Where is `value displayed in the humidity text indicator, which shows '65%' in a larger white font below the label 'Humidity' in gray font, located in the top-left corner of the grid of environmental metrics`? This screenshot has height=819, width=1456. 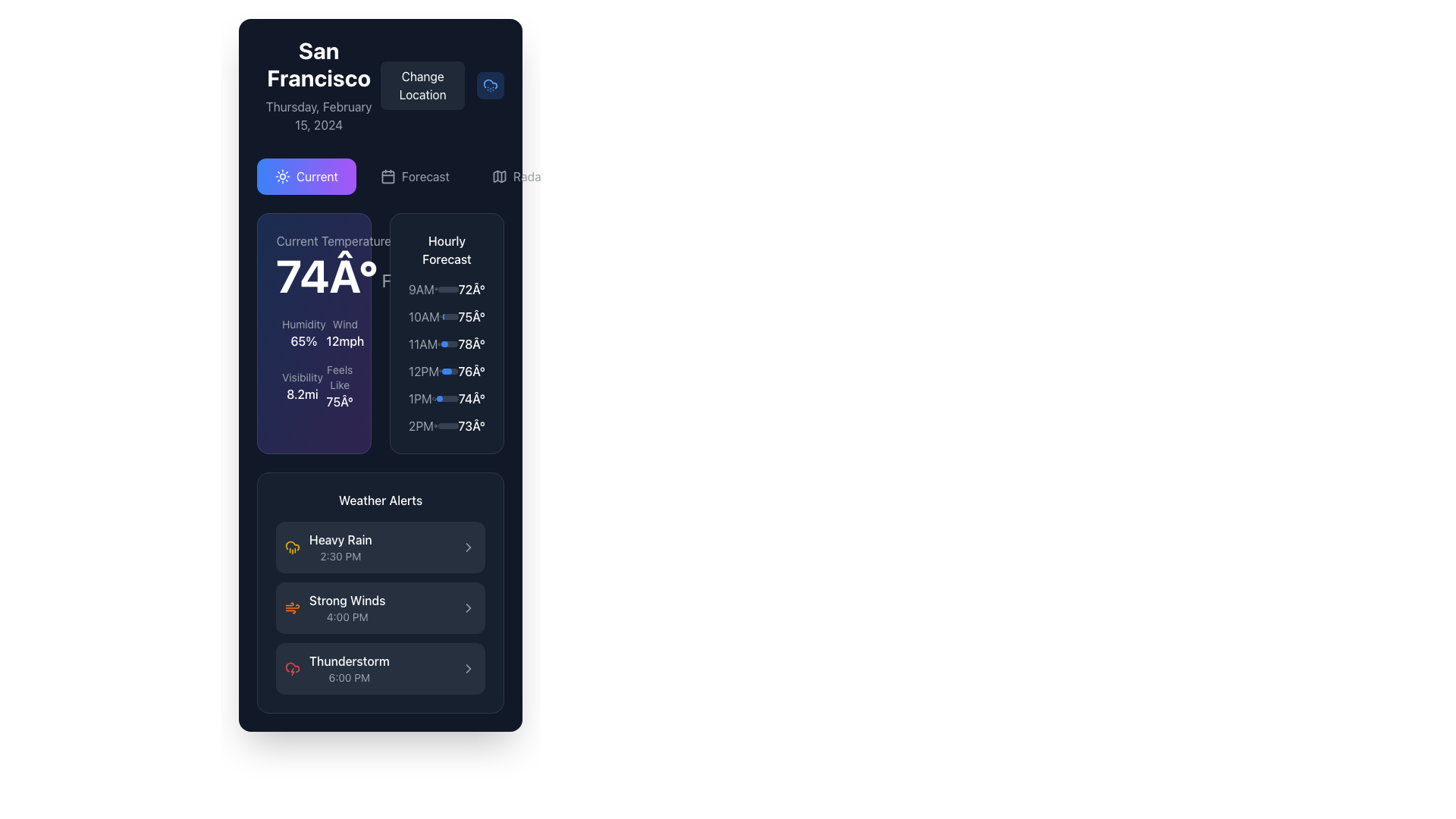
value displayed in the humidity text indicator, which shows '65%' in a larger white font below the label 'Humidity' in gray font, located in the top-left corner of the grid of environmental metrics is located at coordinates (292, 332).